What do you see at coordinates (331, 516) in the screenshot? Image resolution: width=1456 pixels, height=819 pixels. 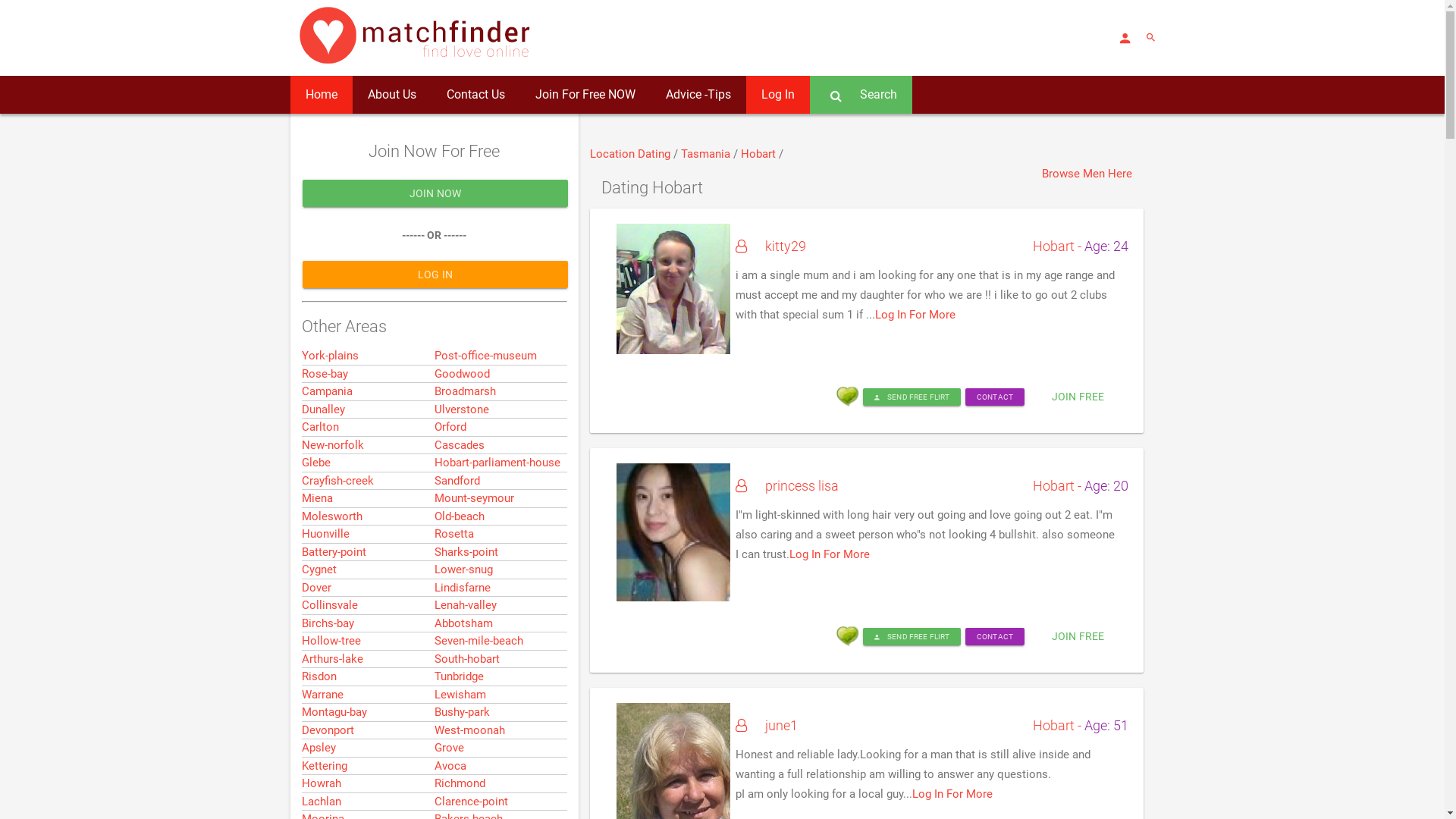 I see `'Molesworth'` at bounding box center [331, 516].